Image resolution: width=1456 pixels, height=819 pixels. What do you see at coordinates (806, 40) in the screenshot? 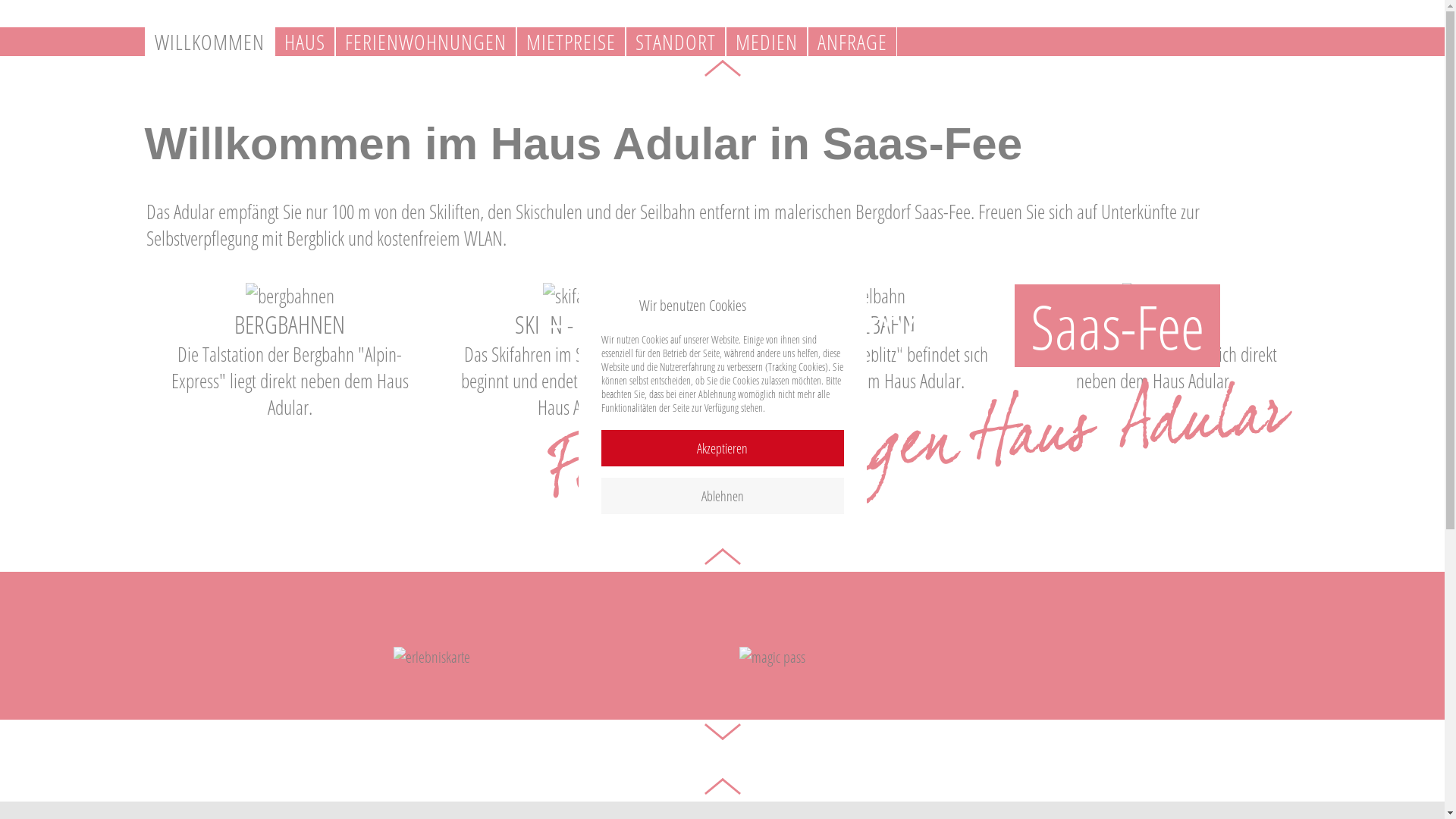
I see `'ANFRAGE'` at bounding box center [806, 40].